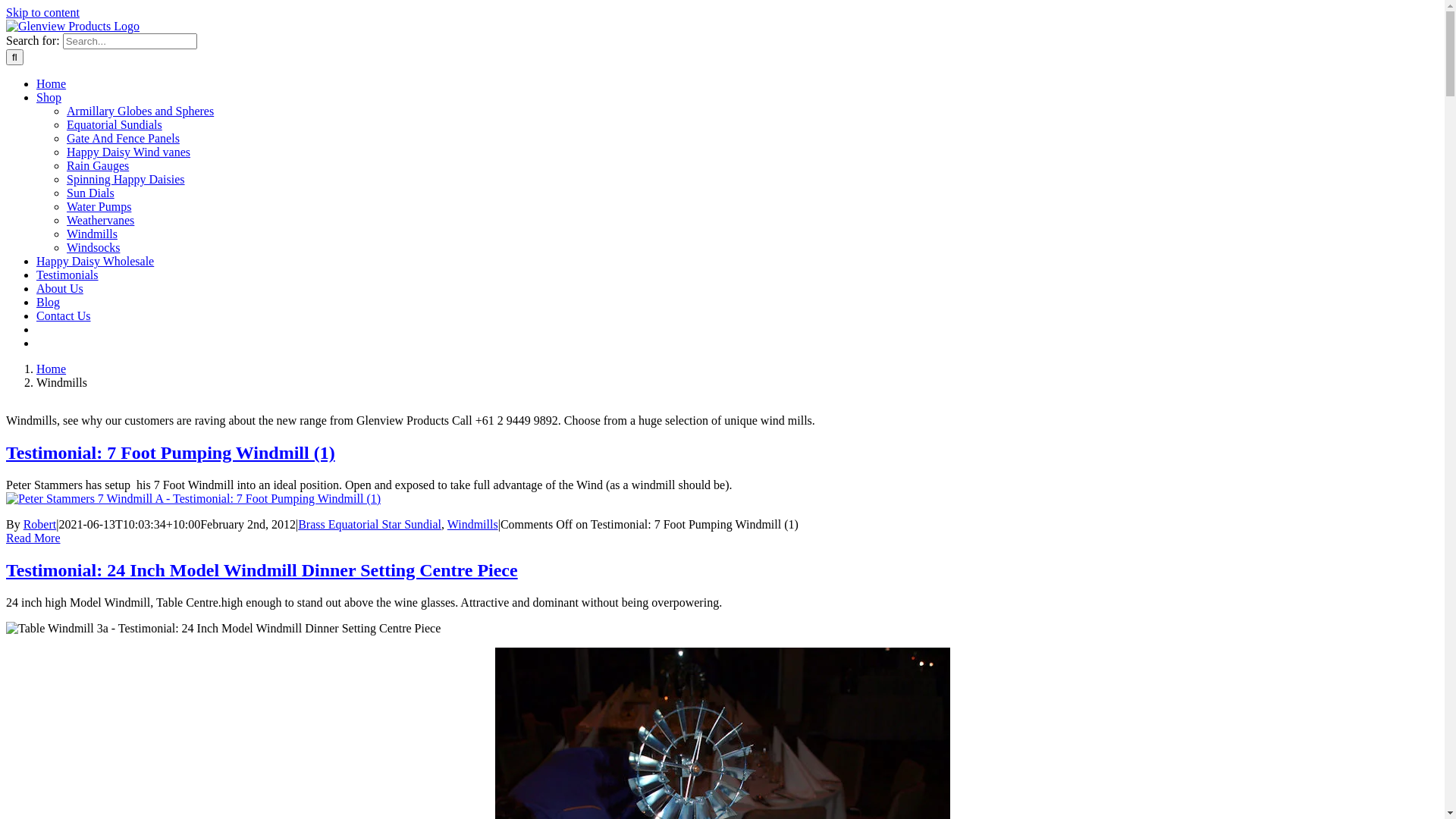 Image resolution: width=1456 pixels, height=819 pixels. What do you see at coordinates (97, 165) in the screenshot?
I see `'Rain Gauges'` at bounding box center [97, 165].